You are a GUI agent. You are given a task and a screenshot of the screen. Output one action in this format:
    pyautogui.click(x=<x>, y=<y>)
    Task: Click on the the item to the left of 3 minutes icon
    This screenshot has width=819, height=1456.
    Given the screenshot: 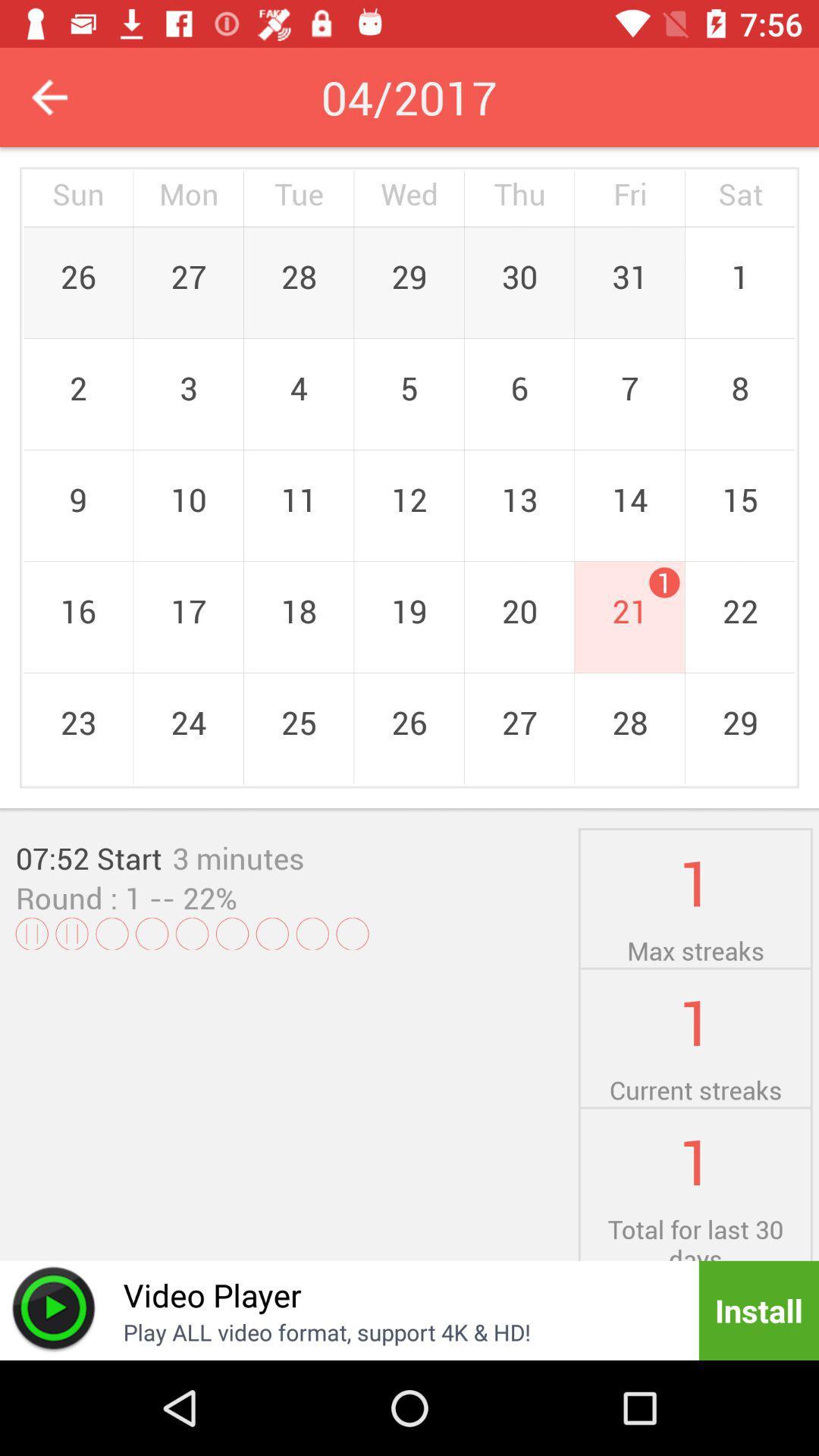 What is the action you would take?
    pyautogui.click(x=89, y=858)
    